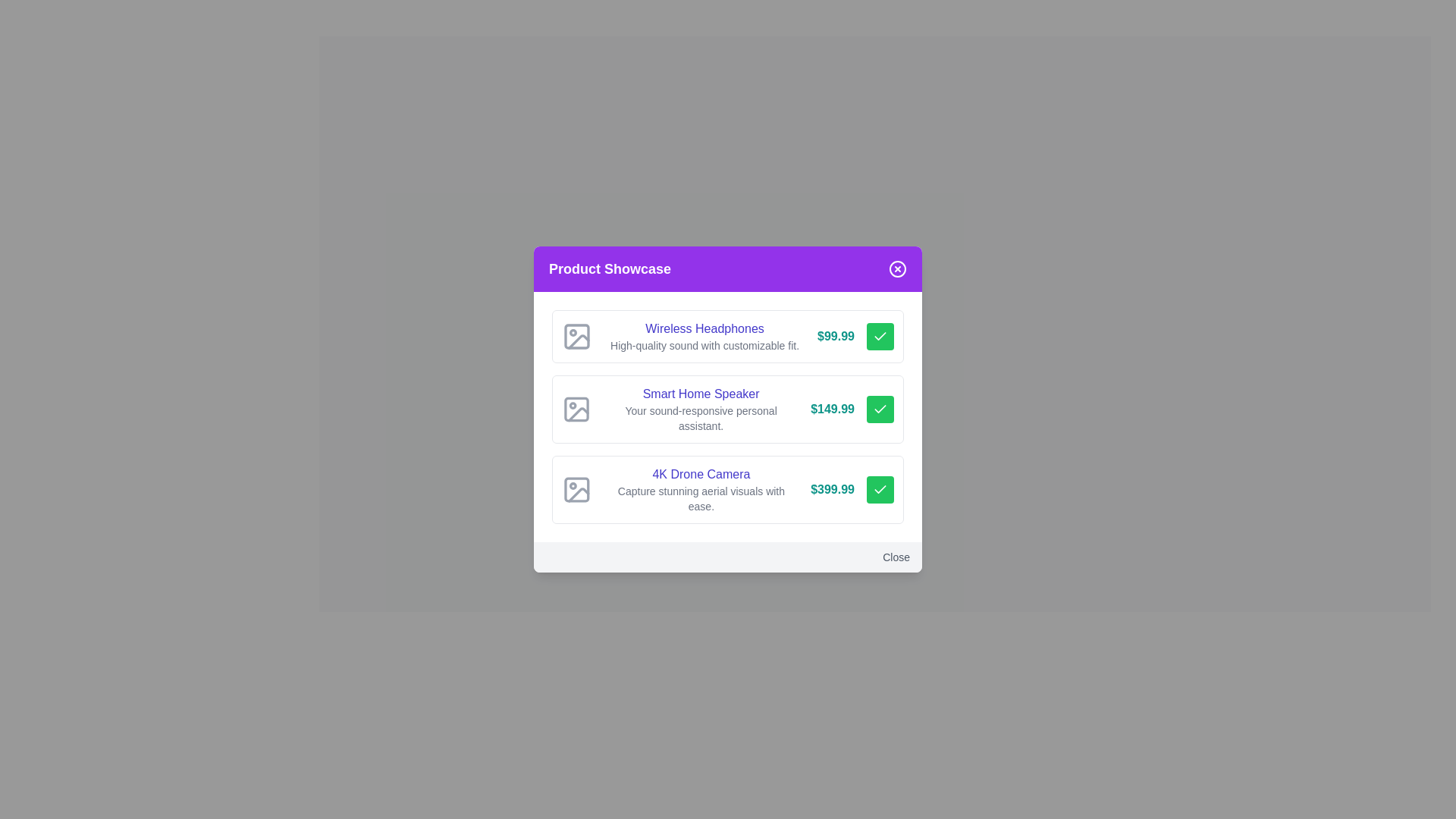 Image resolution: width=1456 pixels, height=819 pixels. Describe the element at coordinates (896, 557) in the screenshot. I see `the 'Close' Text Button located at the bottom-right corner of the modal dialog to exit the current view` at that location.